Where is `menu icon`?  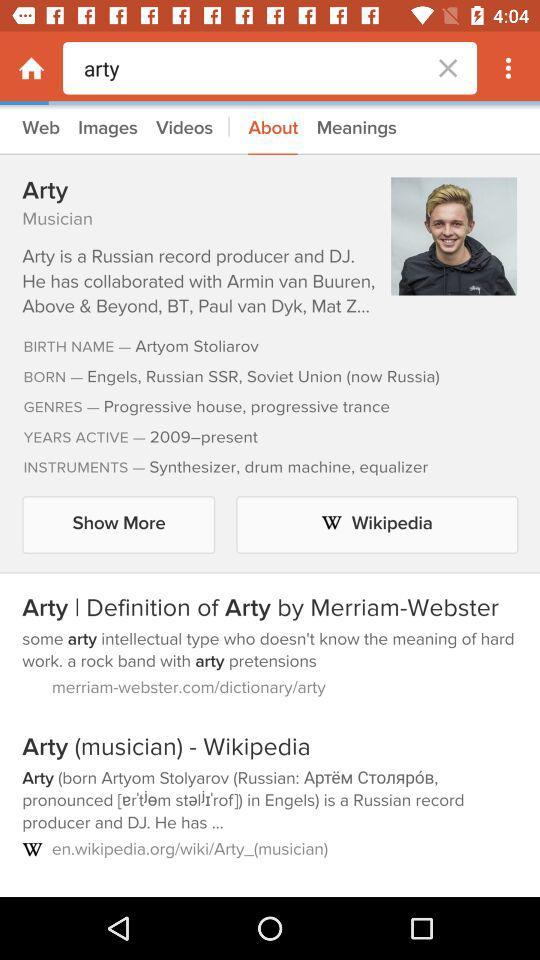 menu icon is located at coordinates (508, 68).